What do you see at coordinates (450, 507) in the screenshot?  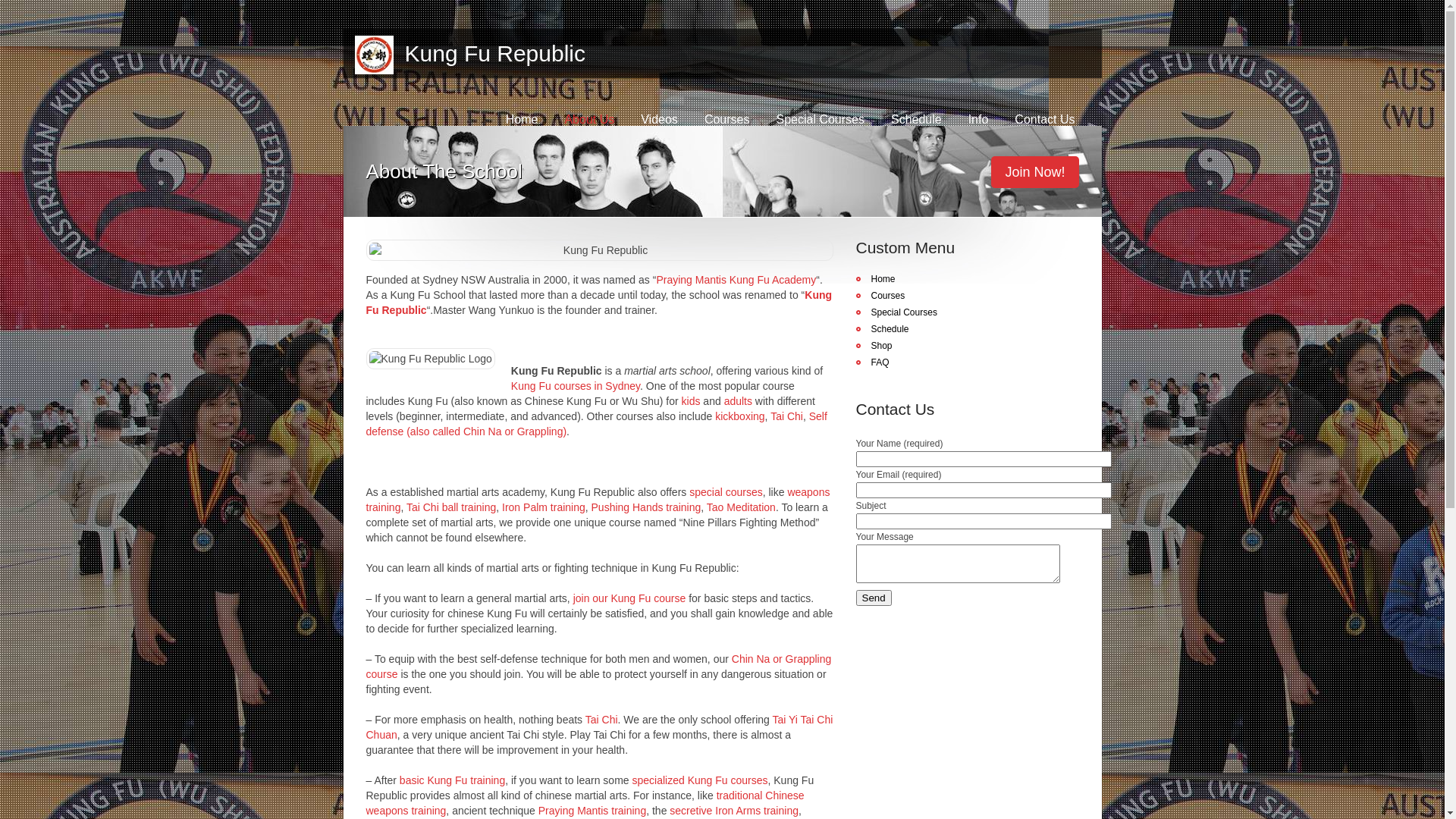 I see `'Tai Chi ball training'` at bounding box center [450, 507].